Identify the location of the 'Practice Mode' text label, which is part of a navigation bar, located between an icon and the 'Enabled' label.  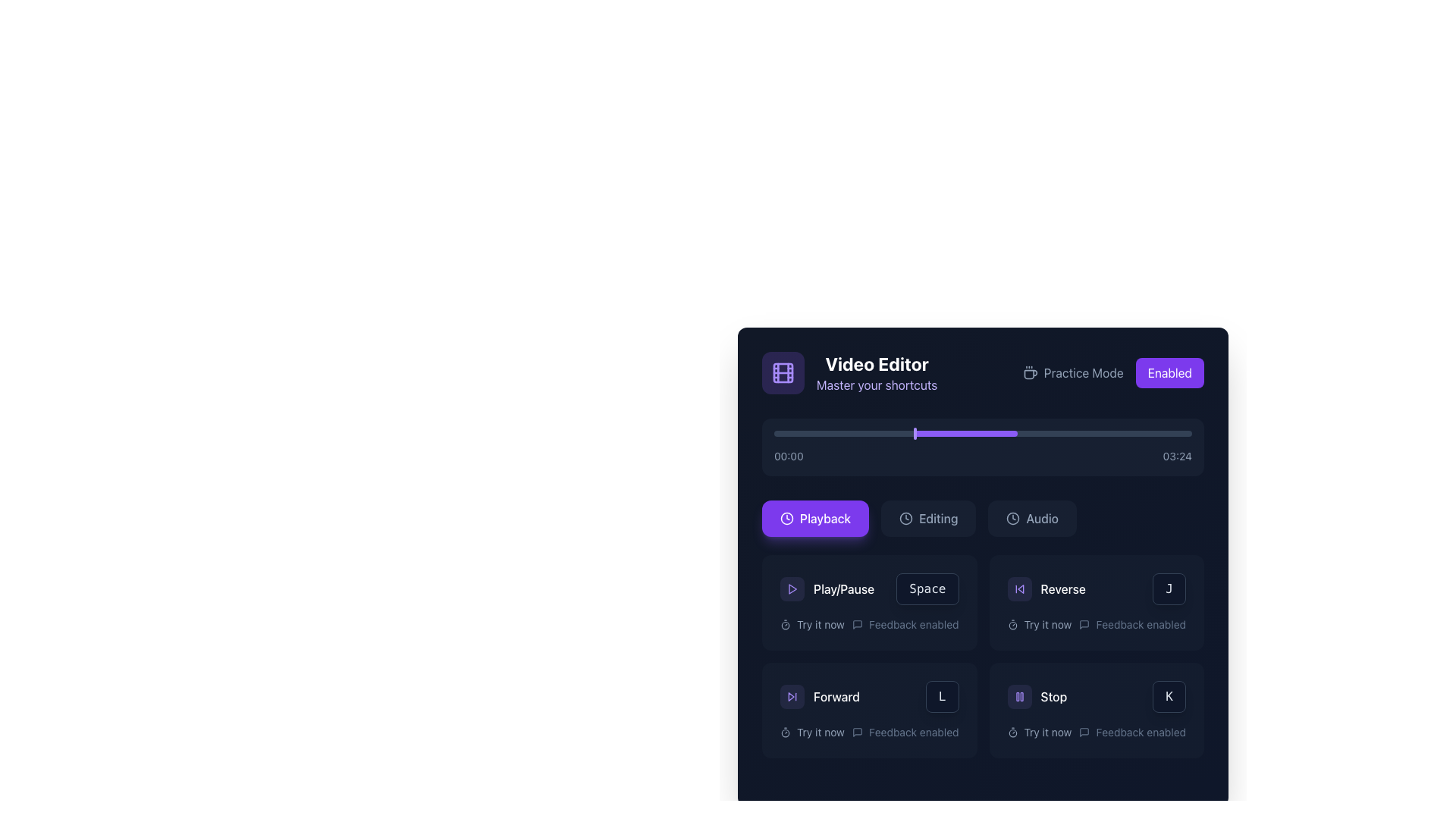
(1083, 373).